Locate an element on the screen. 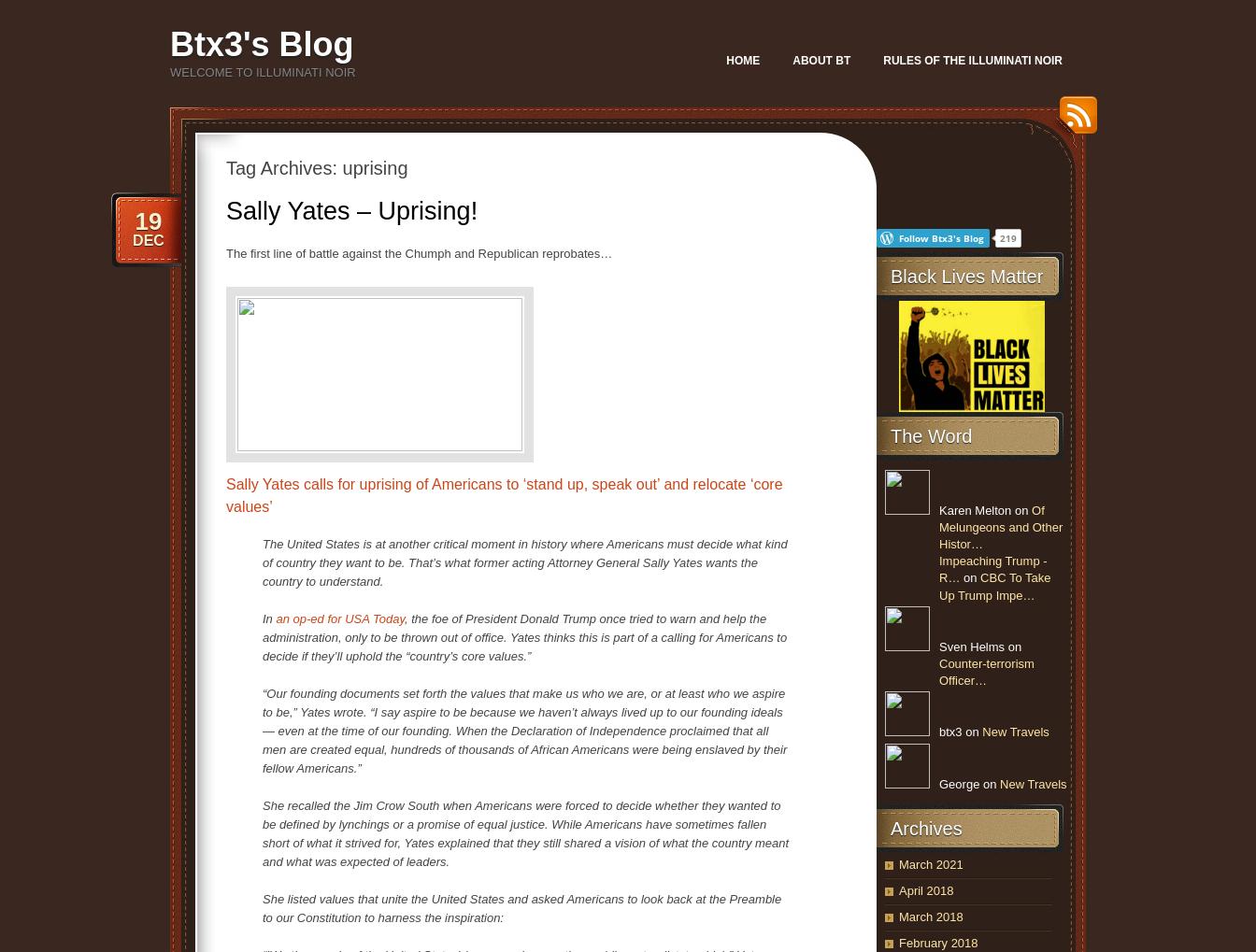  'Archives' is located at coordinates (926, 828).